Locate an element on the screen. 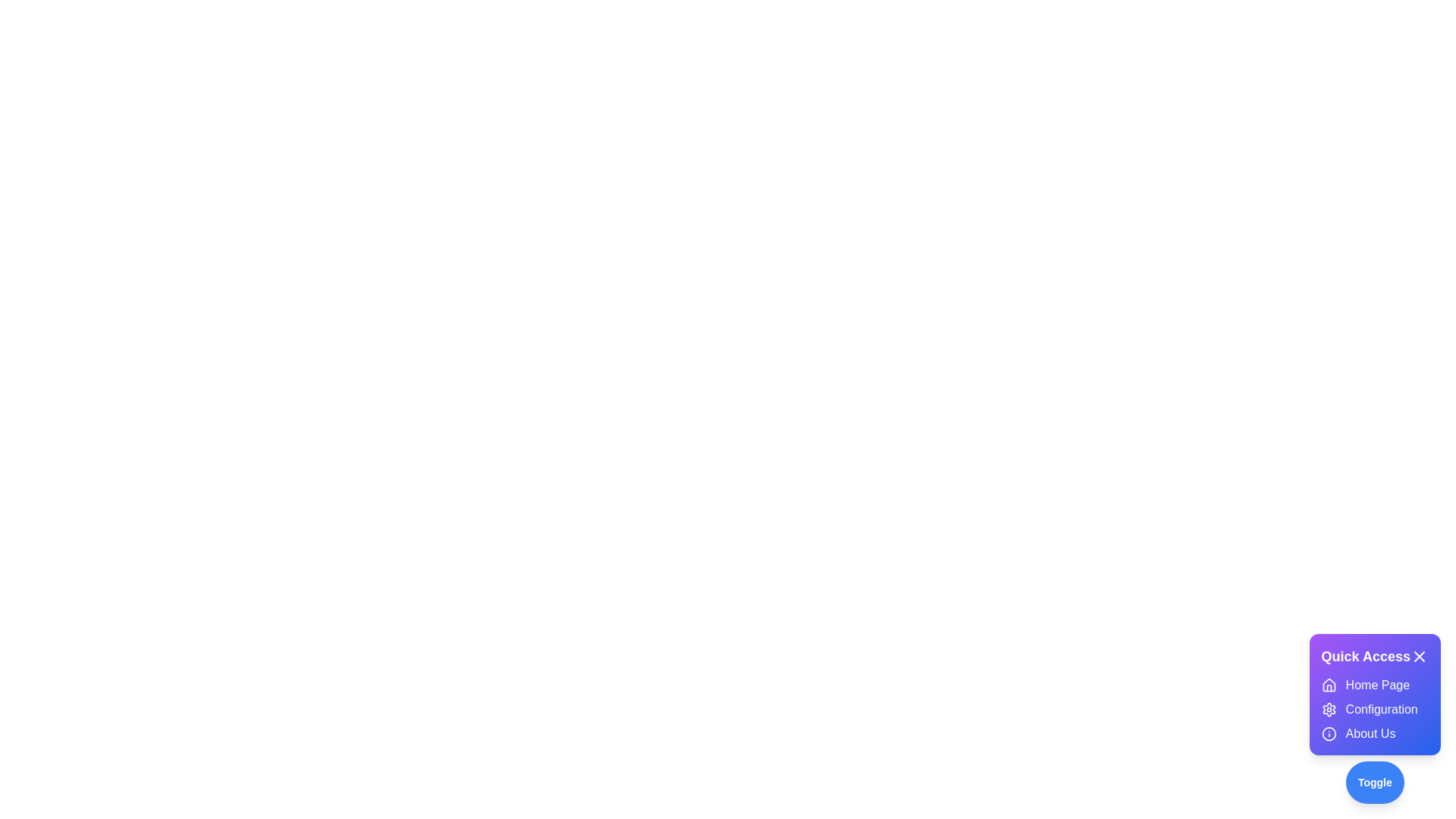 This screenshot has height=819, width=1456. the toggle switch button located at the bottom-right corner of the 'Quick Access' section to change its background color is located at coordinates (1375, 783).